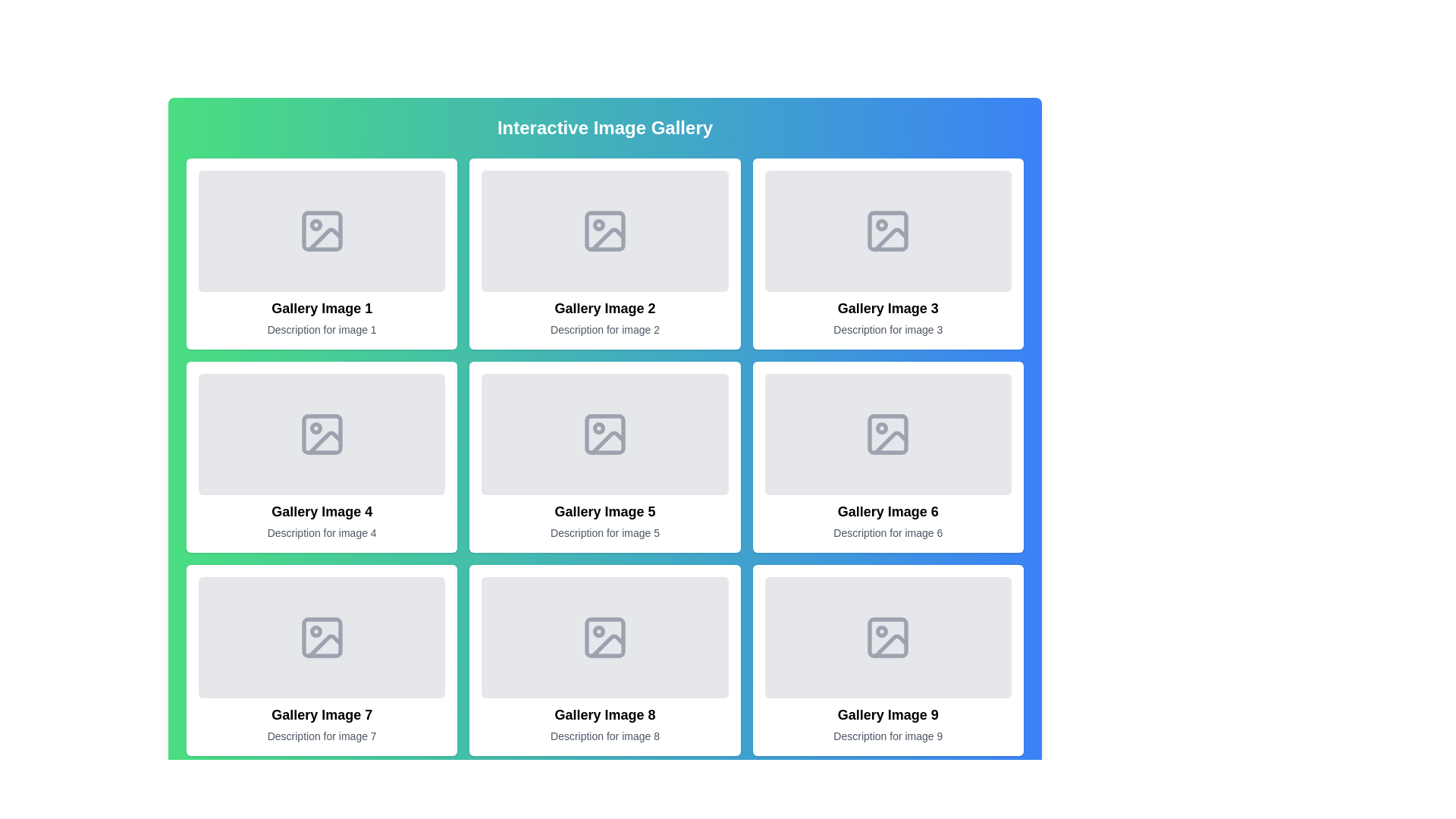 This screenshot has width=1456, height=819. I want to click on the text label that describes the image in the ninth gallery box, located beneath the 'Gallery Image 9' title within a 3x3 grid layout, so click(888, 736).